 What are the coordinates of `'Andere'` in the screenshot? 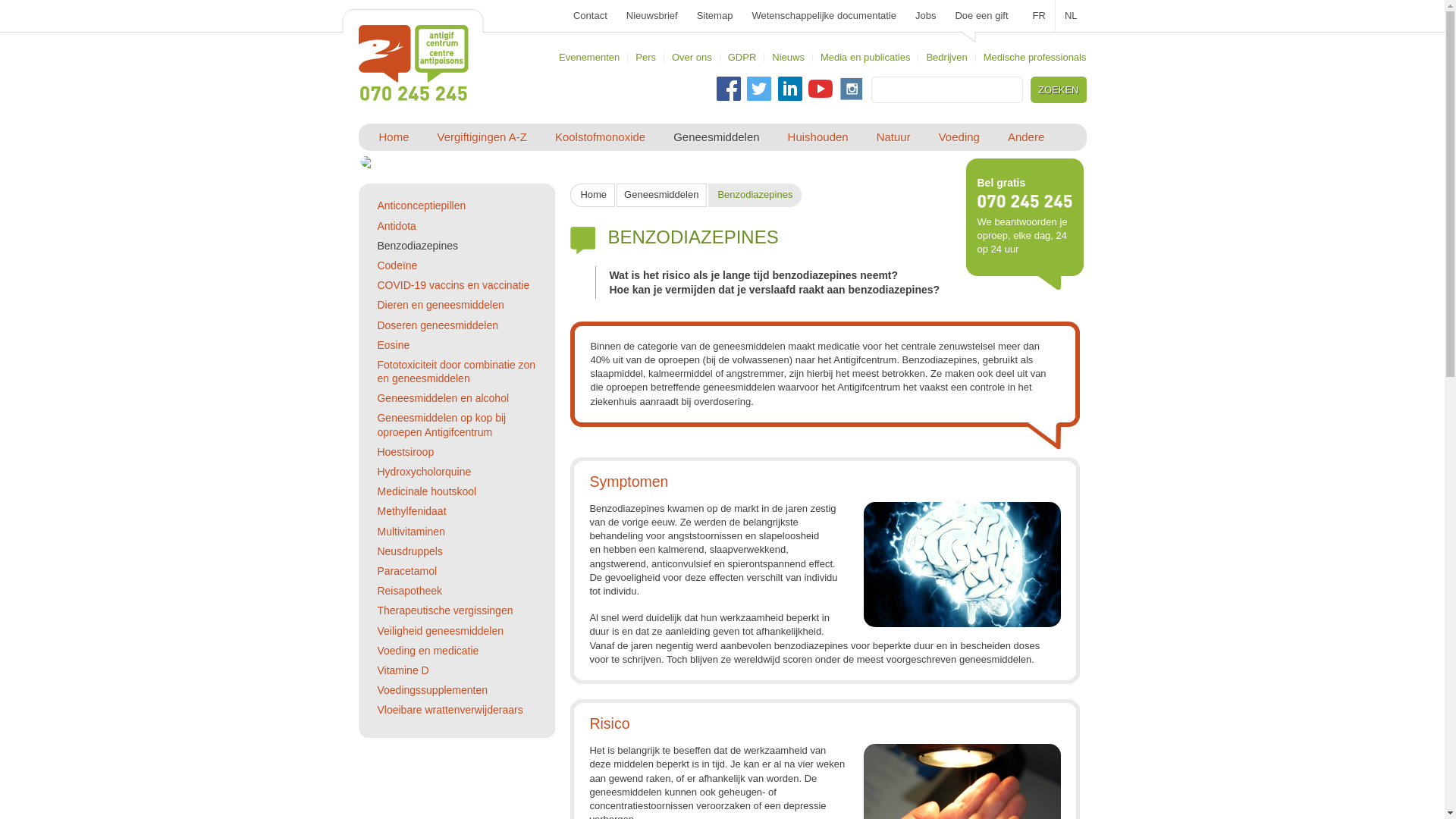 It's located at (1026, 137).